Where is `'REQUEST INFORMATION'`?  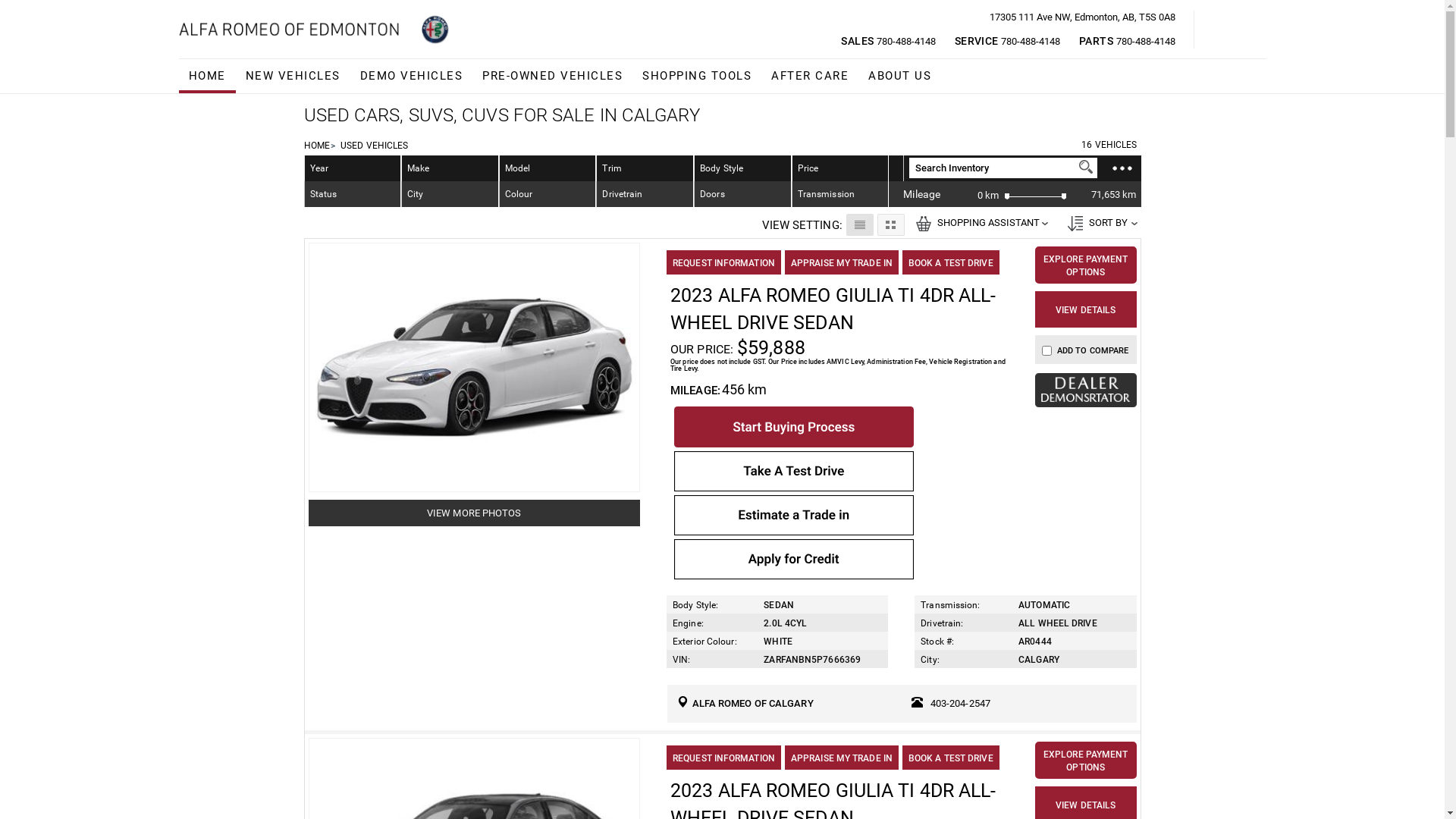 'REQUEST INFORMATION' is located at coordinates (723, 262).